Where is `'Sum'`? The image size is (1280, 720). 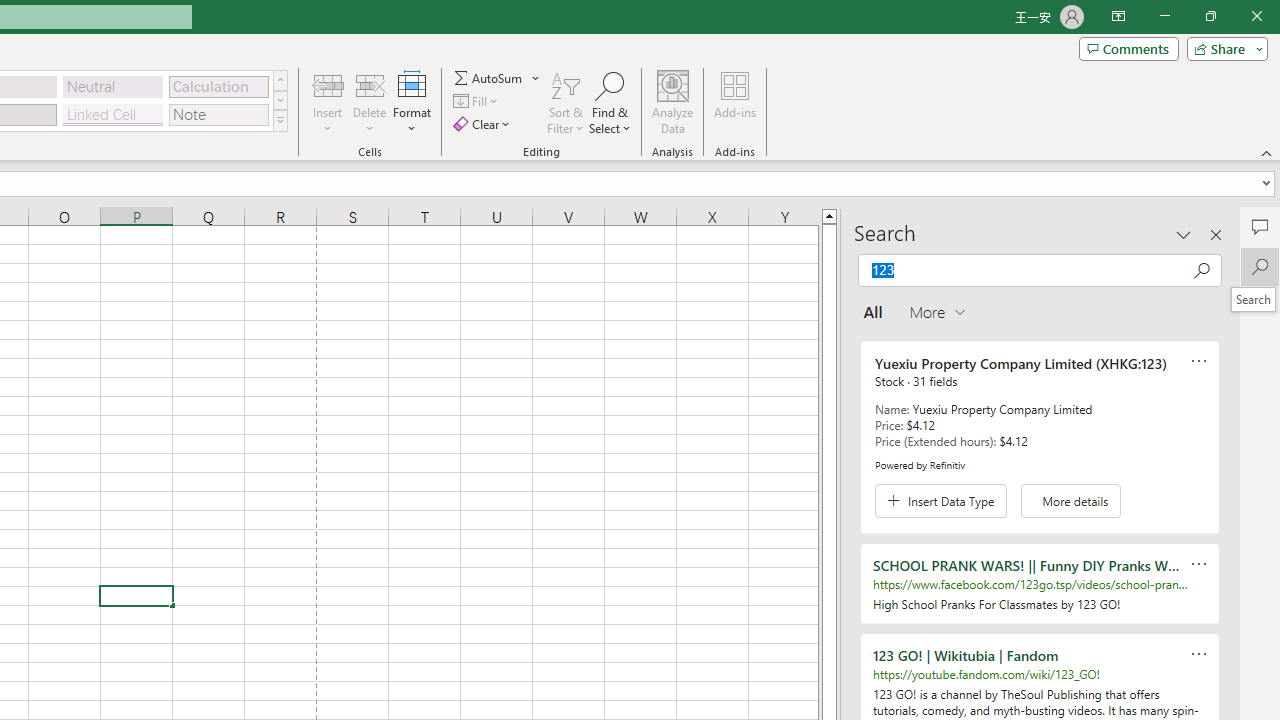
'Sum' is located at coordinates (489, 77).